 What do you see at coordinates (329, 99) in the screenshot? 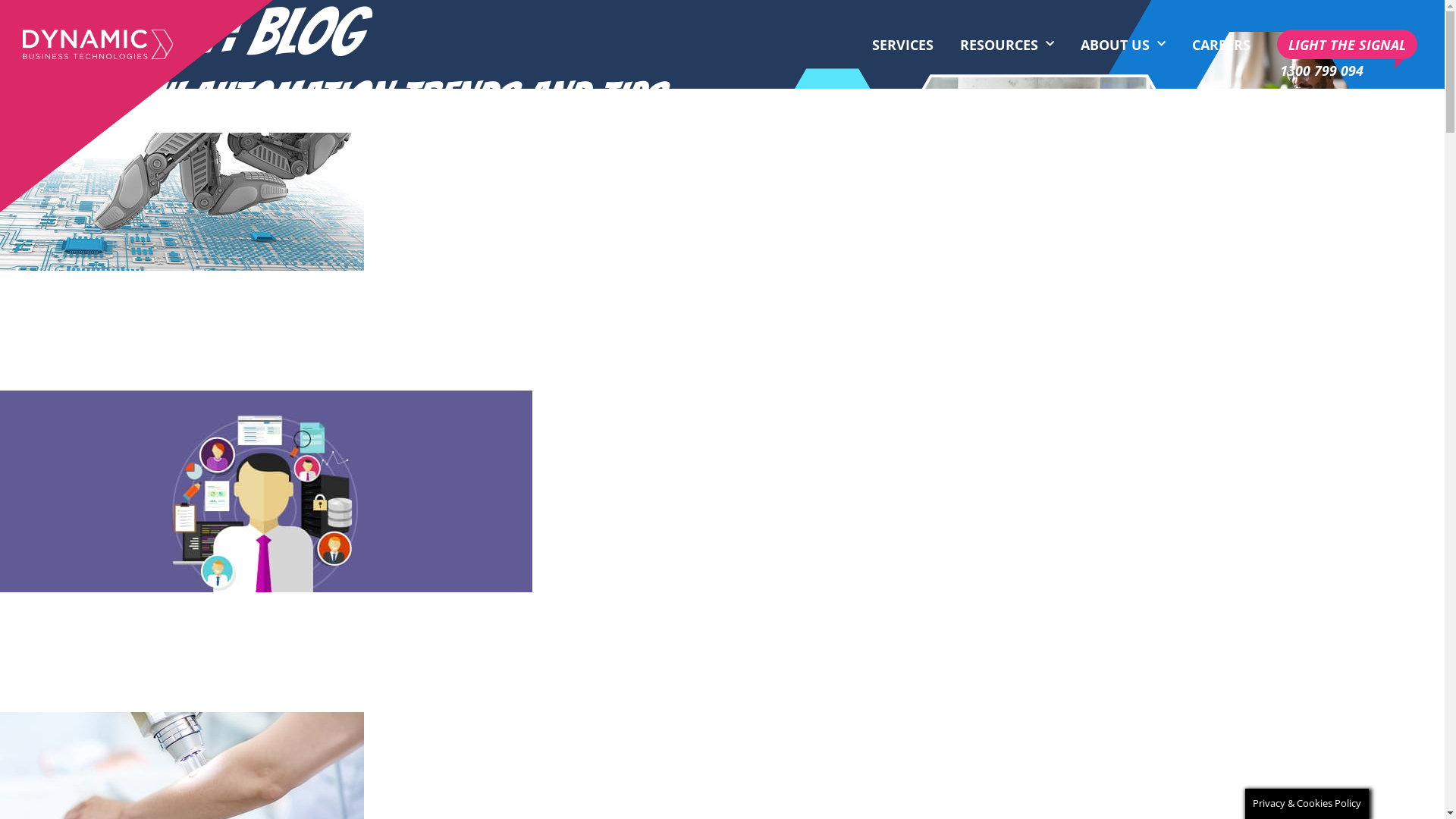
I see `'WORKFLOW AUTOMATION TRENDS AND TIPS'` at bounding box center [329, 99].